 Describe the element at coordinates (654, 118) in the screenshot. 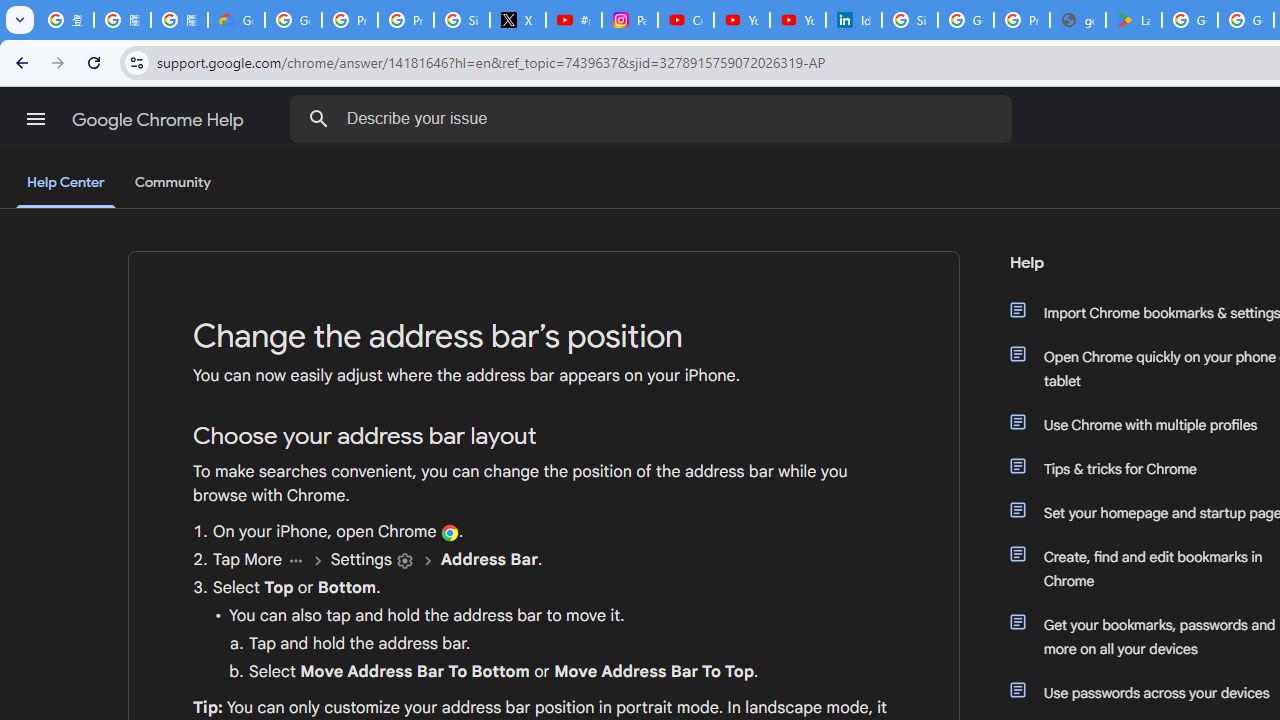

I see `'Describe your issue'` at that location.